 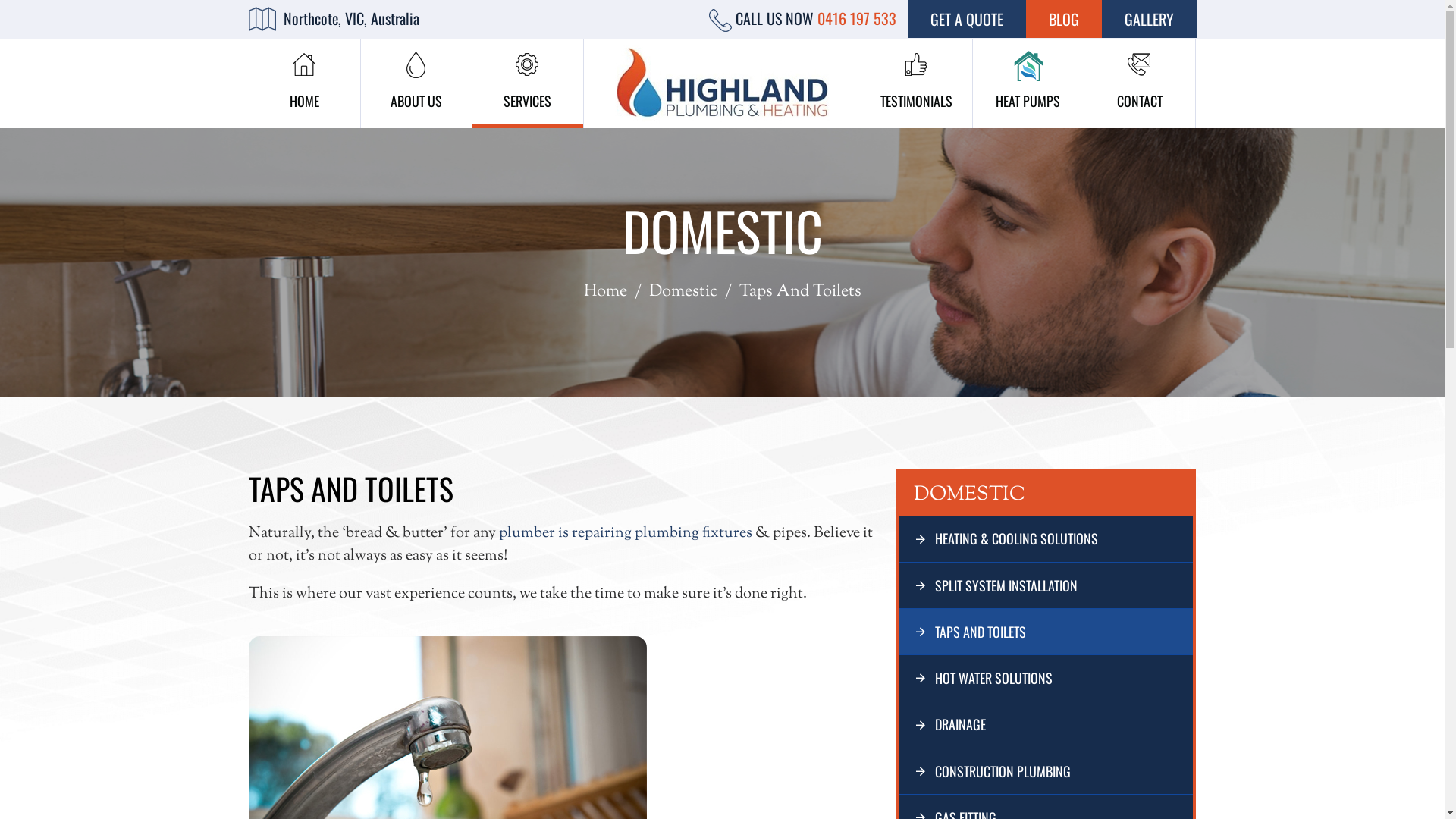 What do you see at coordinates (1045, 632) in the screenshot?
I see `'TAPS AND TOILETS'` at bounding box center [1045, 632].